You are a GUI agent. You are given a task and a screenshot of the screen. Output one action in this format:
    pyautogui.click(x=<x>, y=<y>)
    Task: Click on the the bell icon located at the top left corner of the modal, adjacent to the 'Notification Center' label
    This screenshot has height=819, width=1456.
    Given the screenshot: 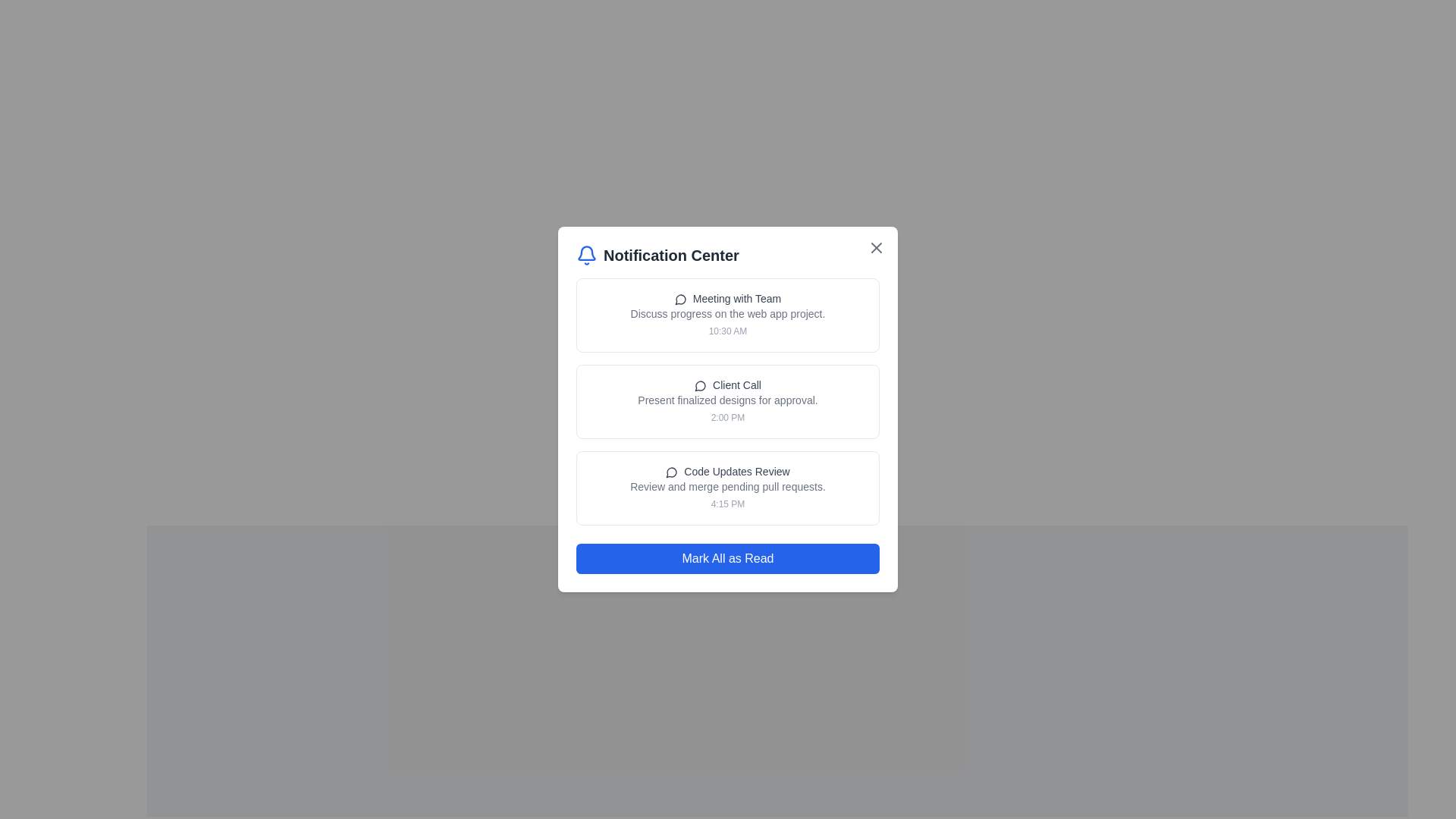 What is the action you would take?
    pyautogui.click(x=585, y=254)
    